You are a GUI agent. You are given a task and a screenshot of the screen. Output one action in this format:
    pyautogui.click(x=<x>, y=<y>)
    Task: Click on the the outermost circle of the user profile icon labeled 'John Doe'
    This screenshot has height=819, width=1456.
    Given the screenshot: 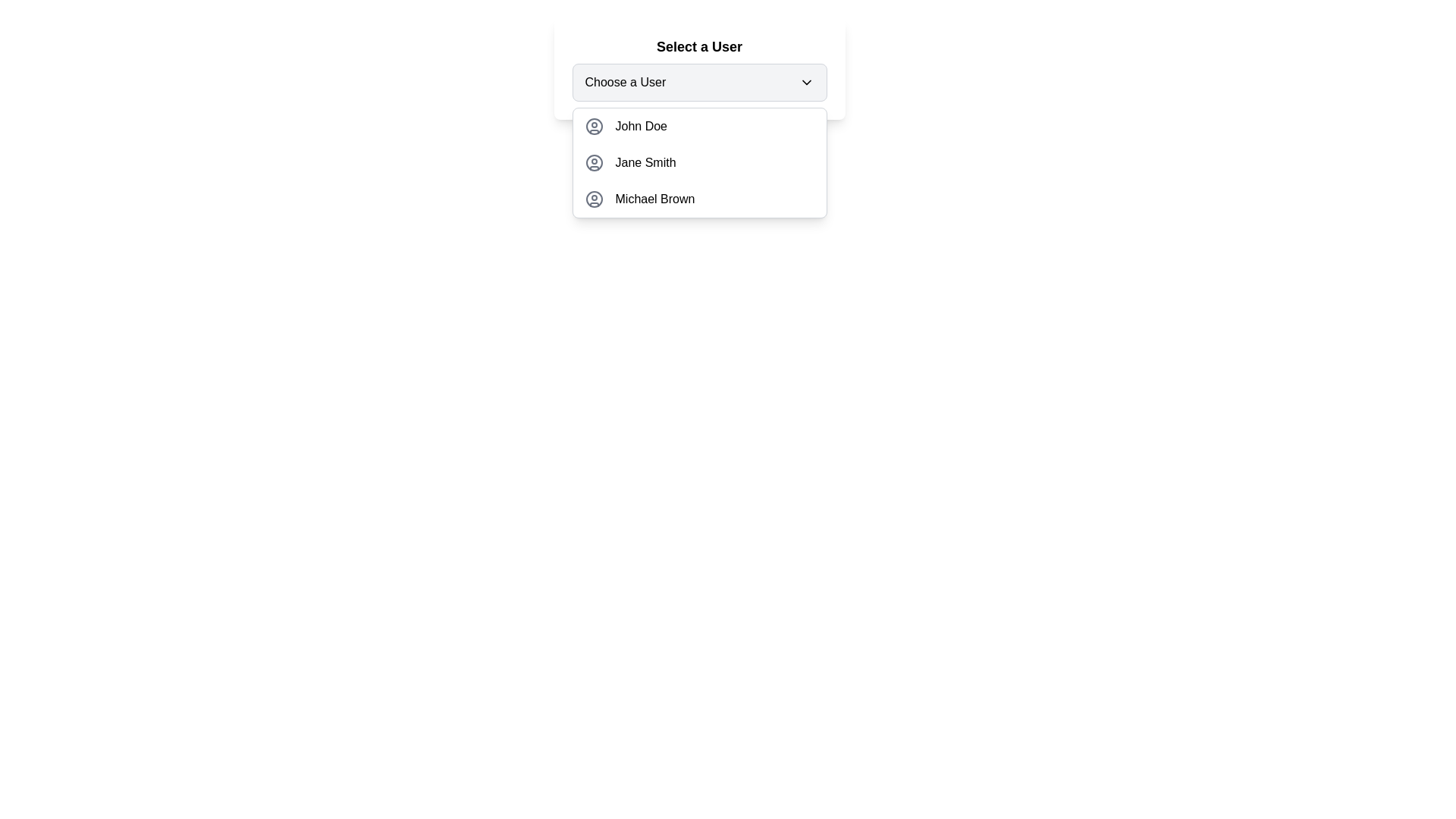 What is the action you would take?
    pyautogui.click(x=593, y=125)
    